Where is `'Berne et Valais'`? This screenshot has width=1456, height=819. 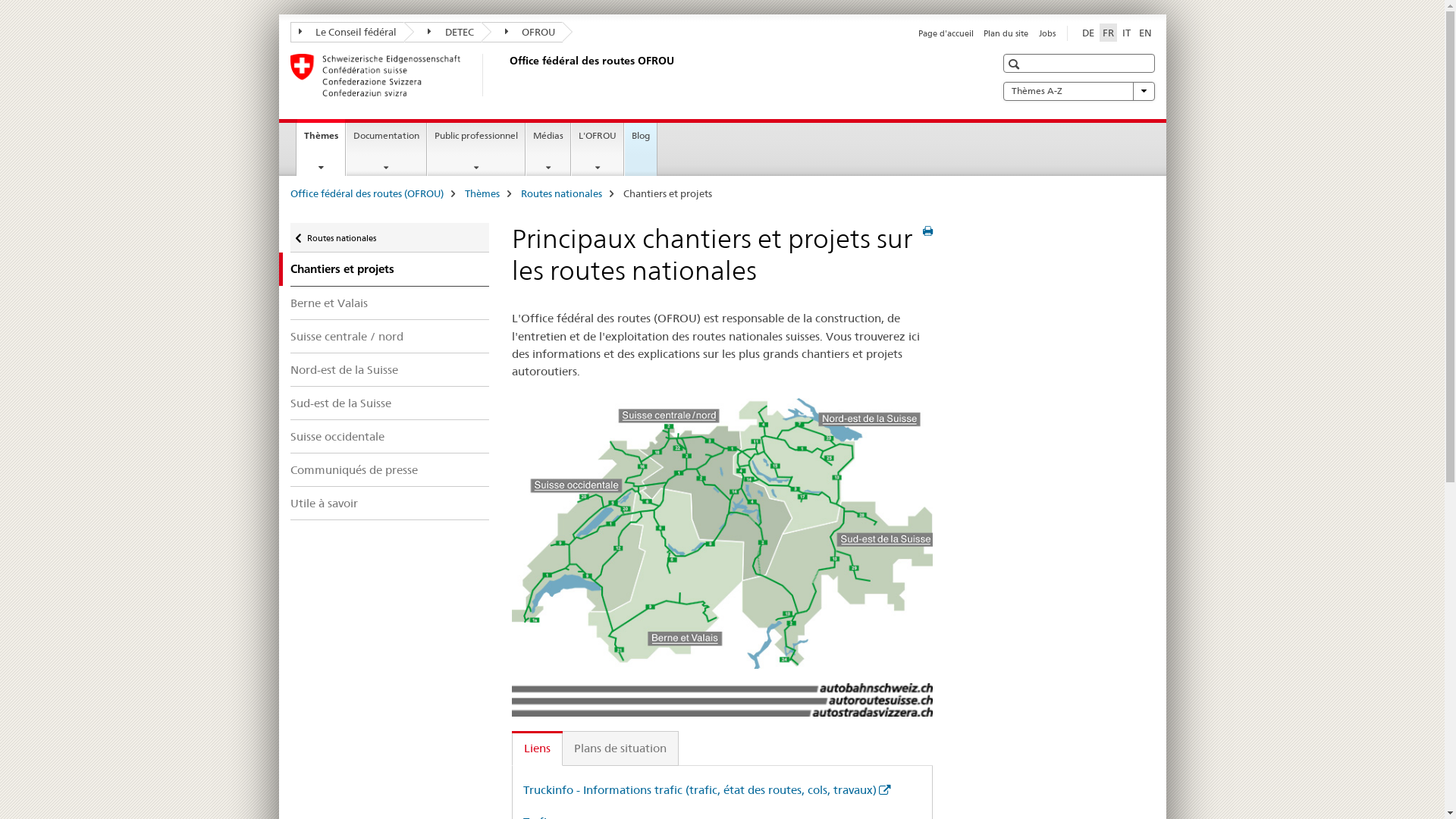 'Berne et Valais' is located at coordinates (389, 303).